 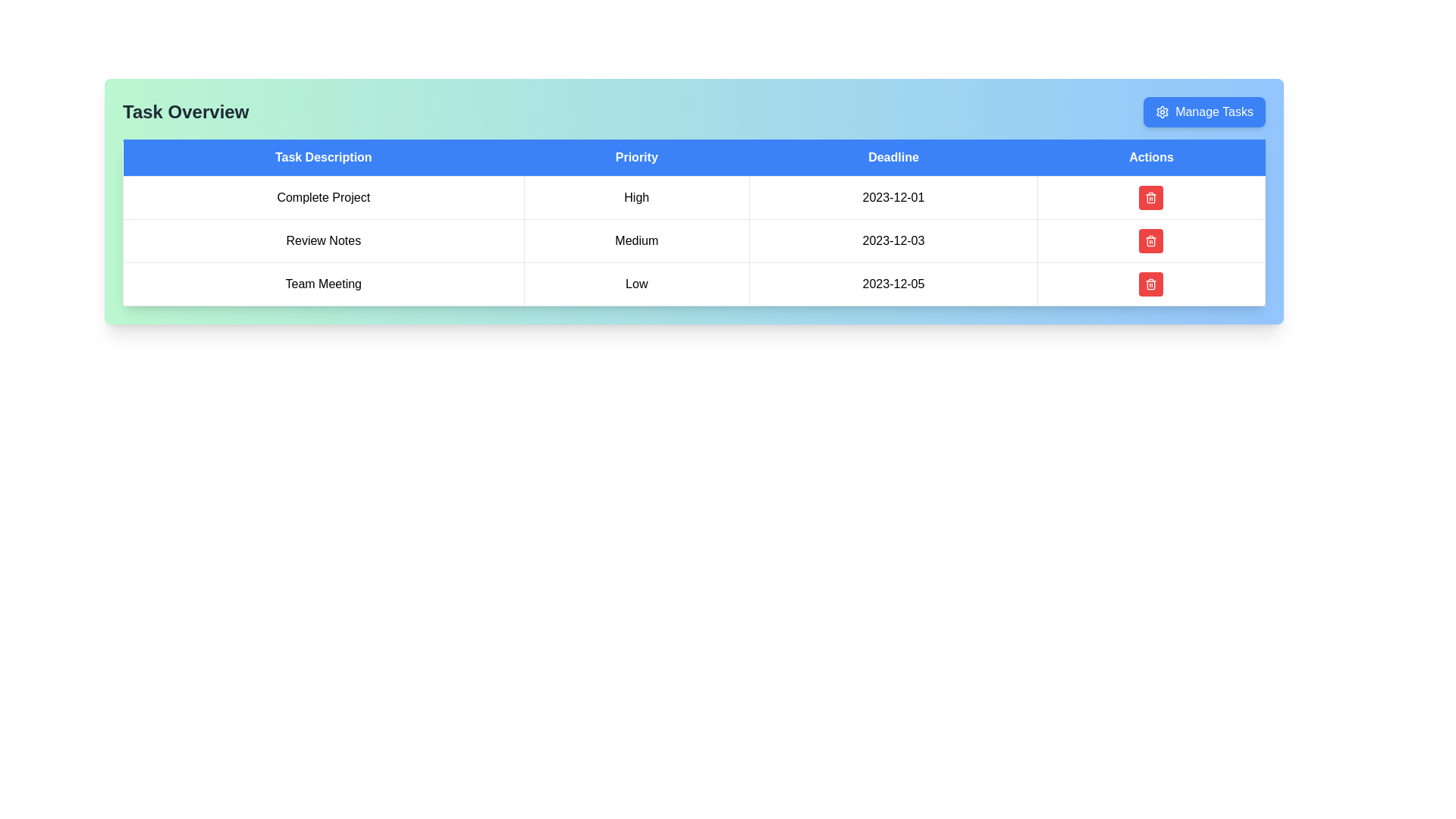 What do you see at coordinates (893, 284) in the screenshot?
I see `date text '2023-12-05' located in the third row under the 'Deadline' column of the 'Task Overview' table` at bounding box center [893, 284].